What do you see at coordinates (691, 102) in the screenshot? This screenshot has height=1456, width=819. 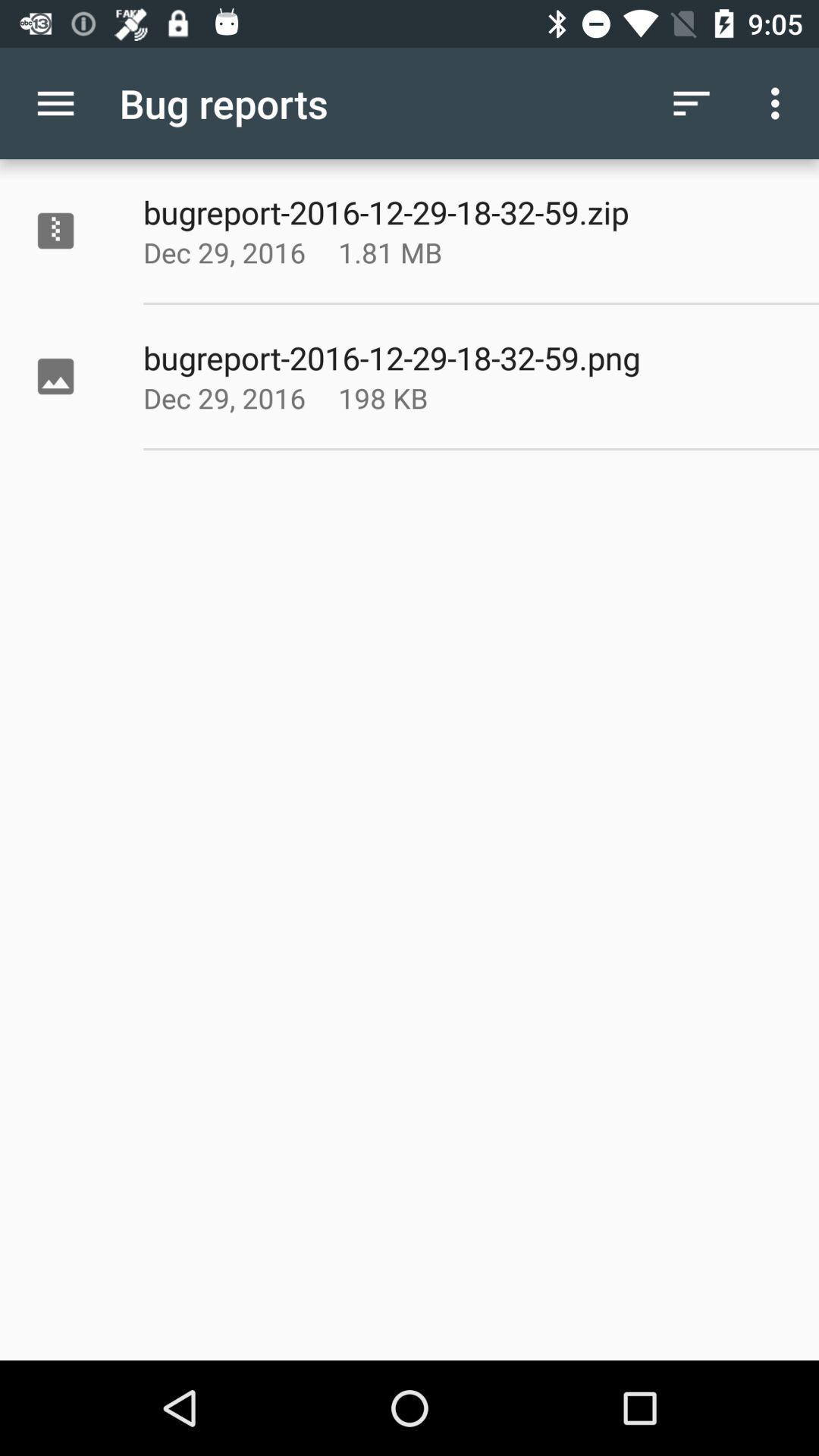 I see `item above bugreport 2016 12` at bounding box center [691, 102].